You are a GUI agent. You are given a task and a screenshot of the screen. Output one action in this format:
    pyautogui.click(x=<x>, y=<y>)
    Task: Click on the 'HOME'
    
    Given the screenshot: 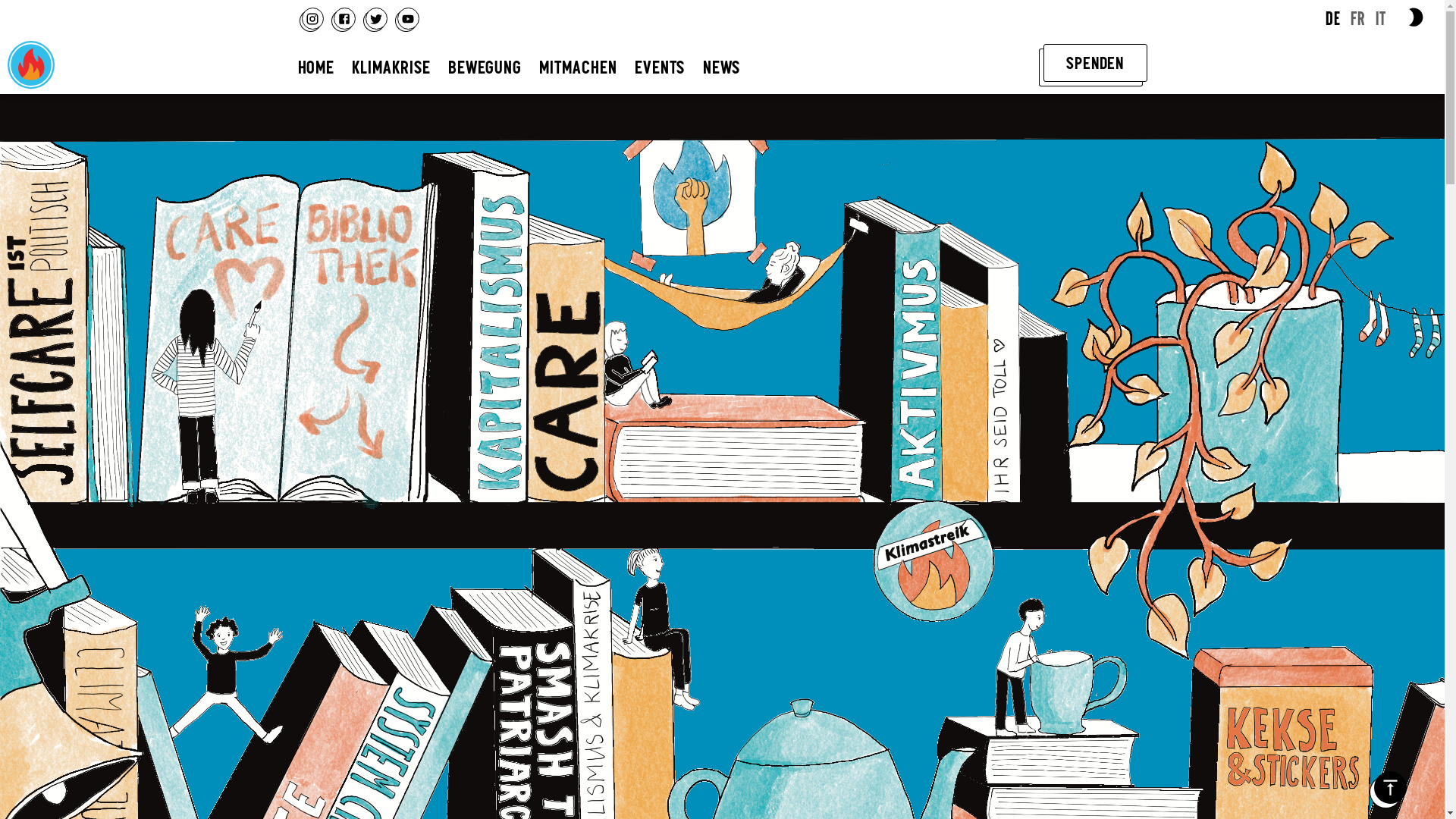 What is the action you would take?
    pyautogui.click(x=315, y=65)
    